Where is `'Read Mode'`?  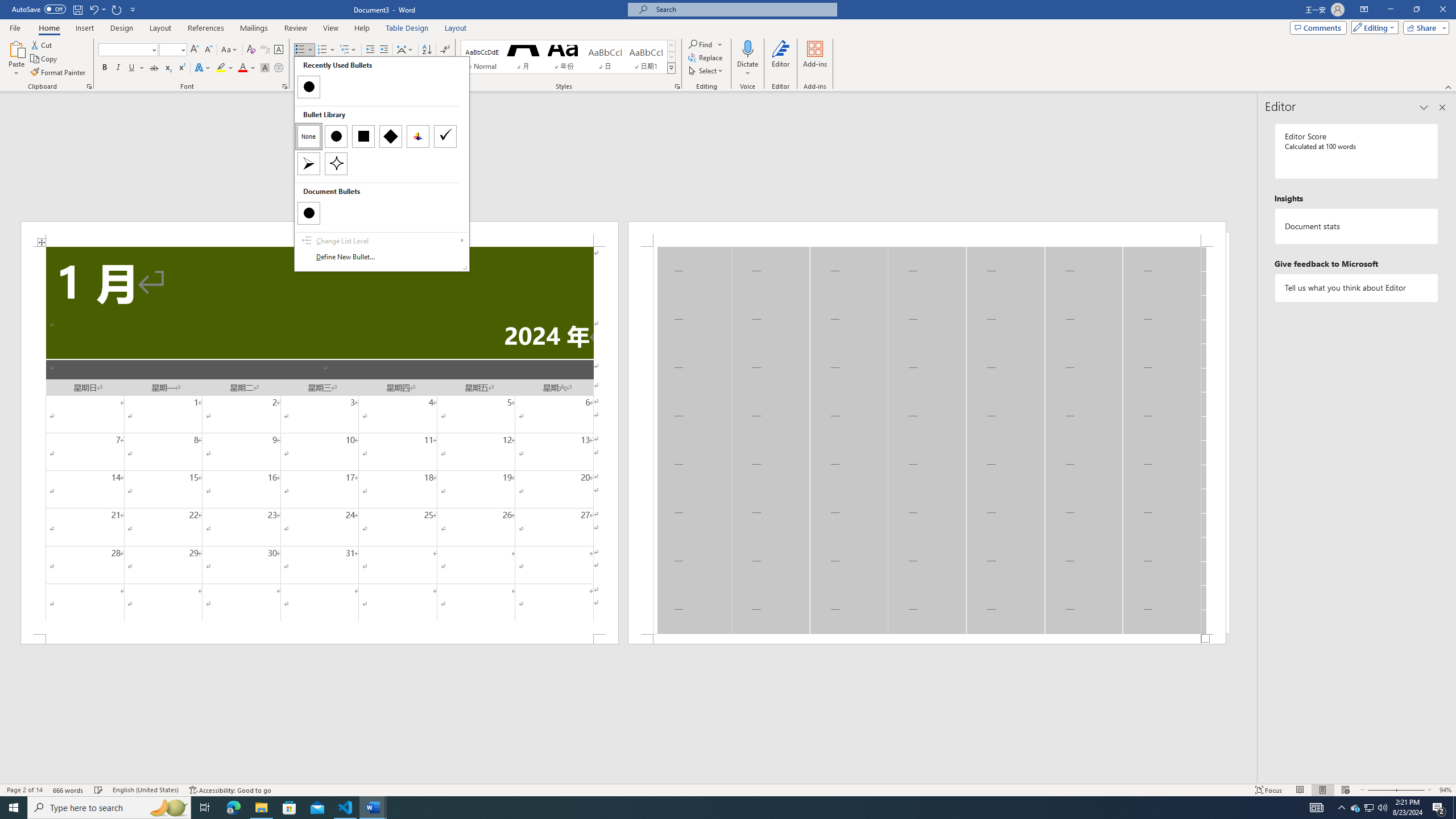
'Read Mode' is located at coordinates (1300, 790).